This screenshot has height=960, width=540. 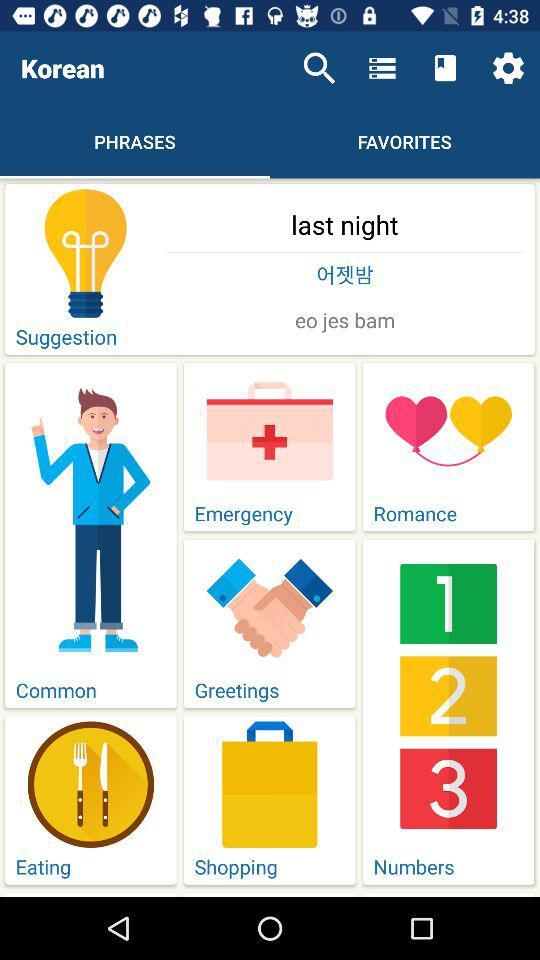 What do you see at coordinates (445, 68) in the screenshot?
I see `icon above the favorites` at bounding box center [445, 68].